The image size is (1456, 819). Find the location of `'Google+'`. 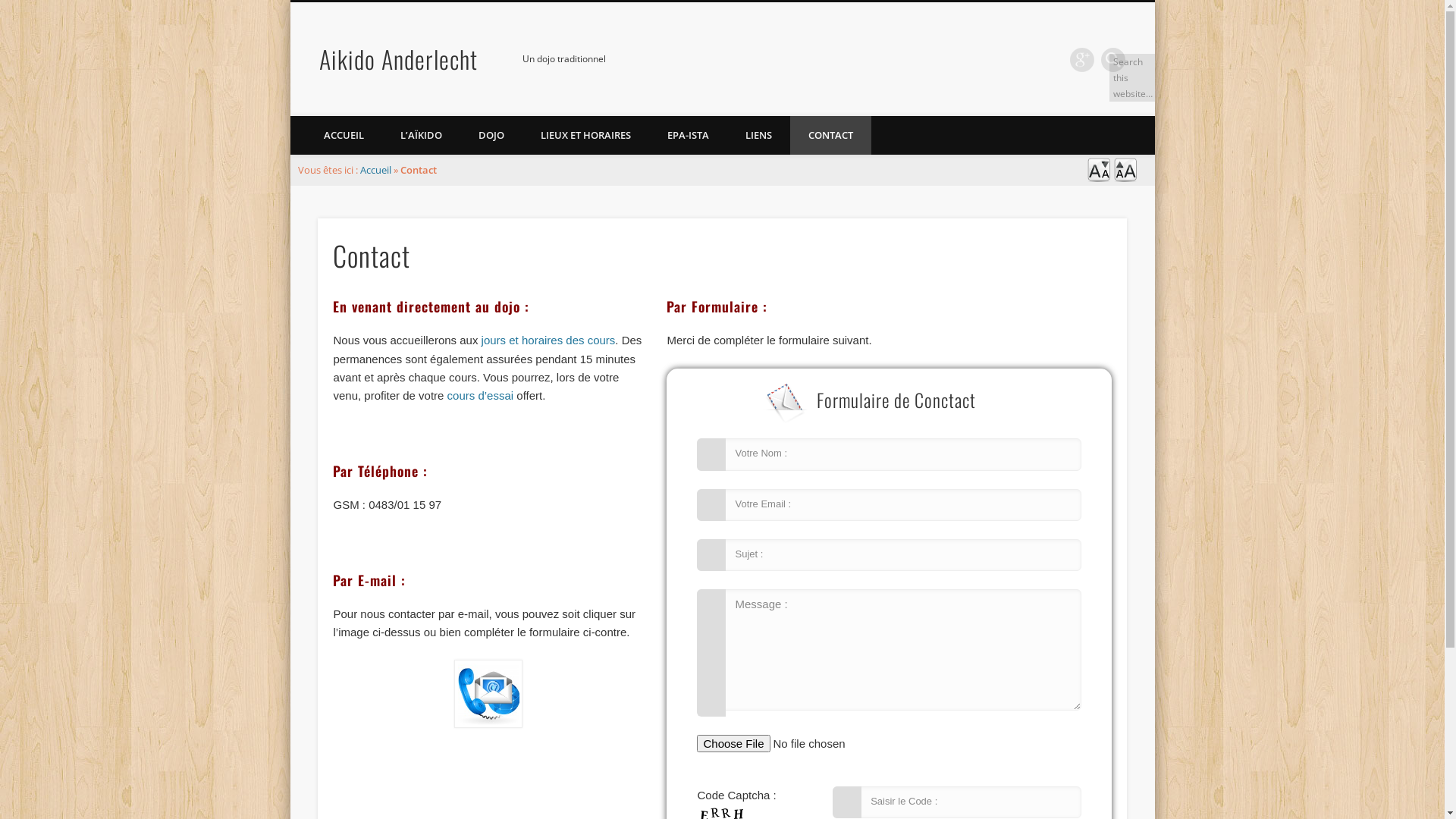

'Google+' is located at coordinates (1081, 58).